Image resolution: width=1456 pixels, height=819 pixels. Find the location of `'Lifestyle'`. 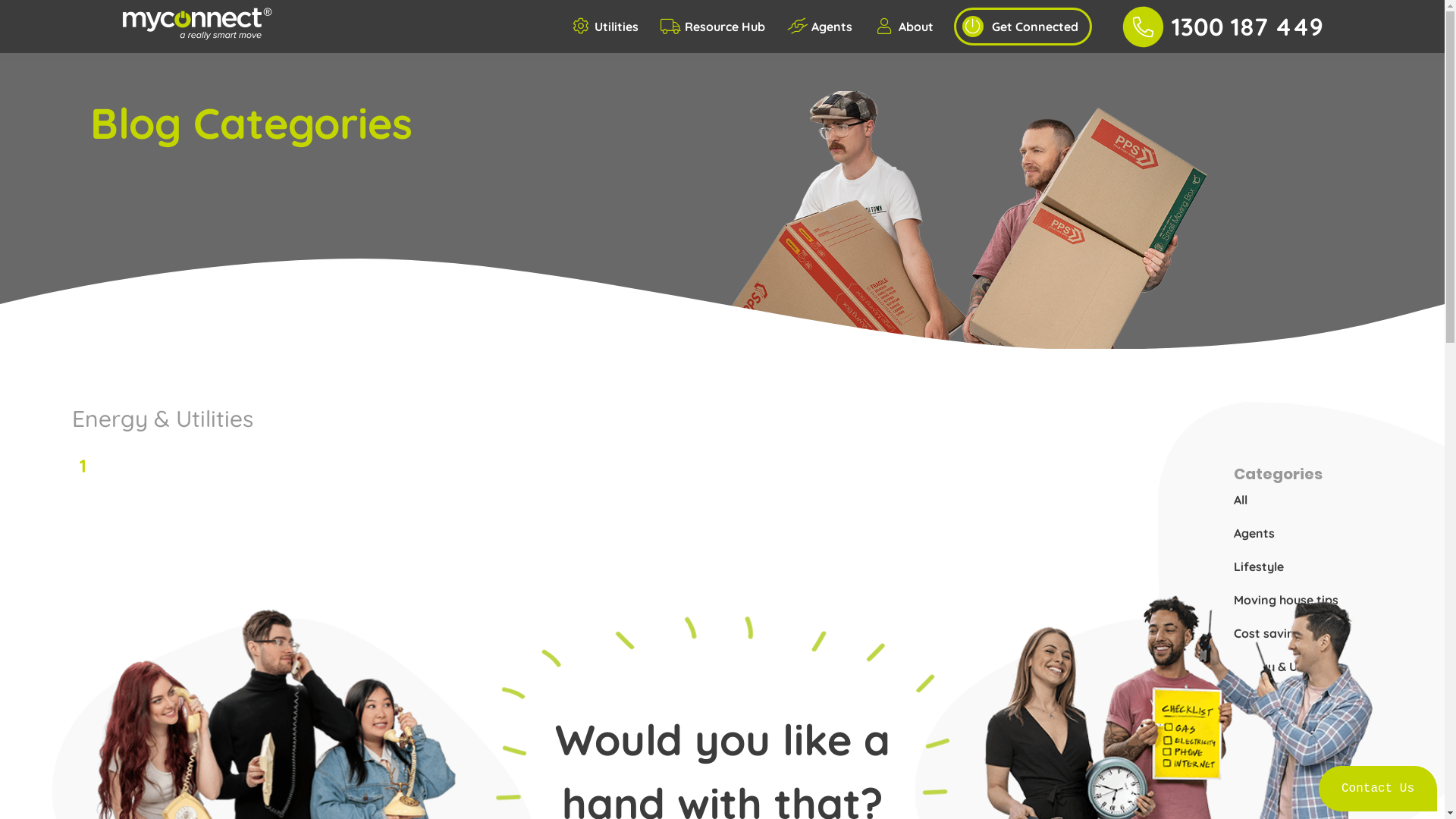

'Lifestyle' is located at coordinates (1259, 566).